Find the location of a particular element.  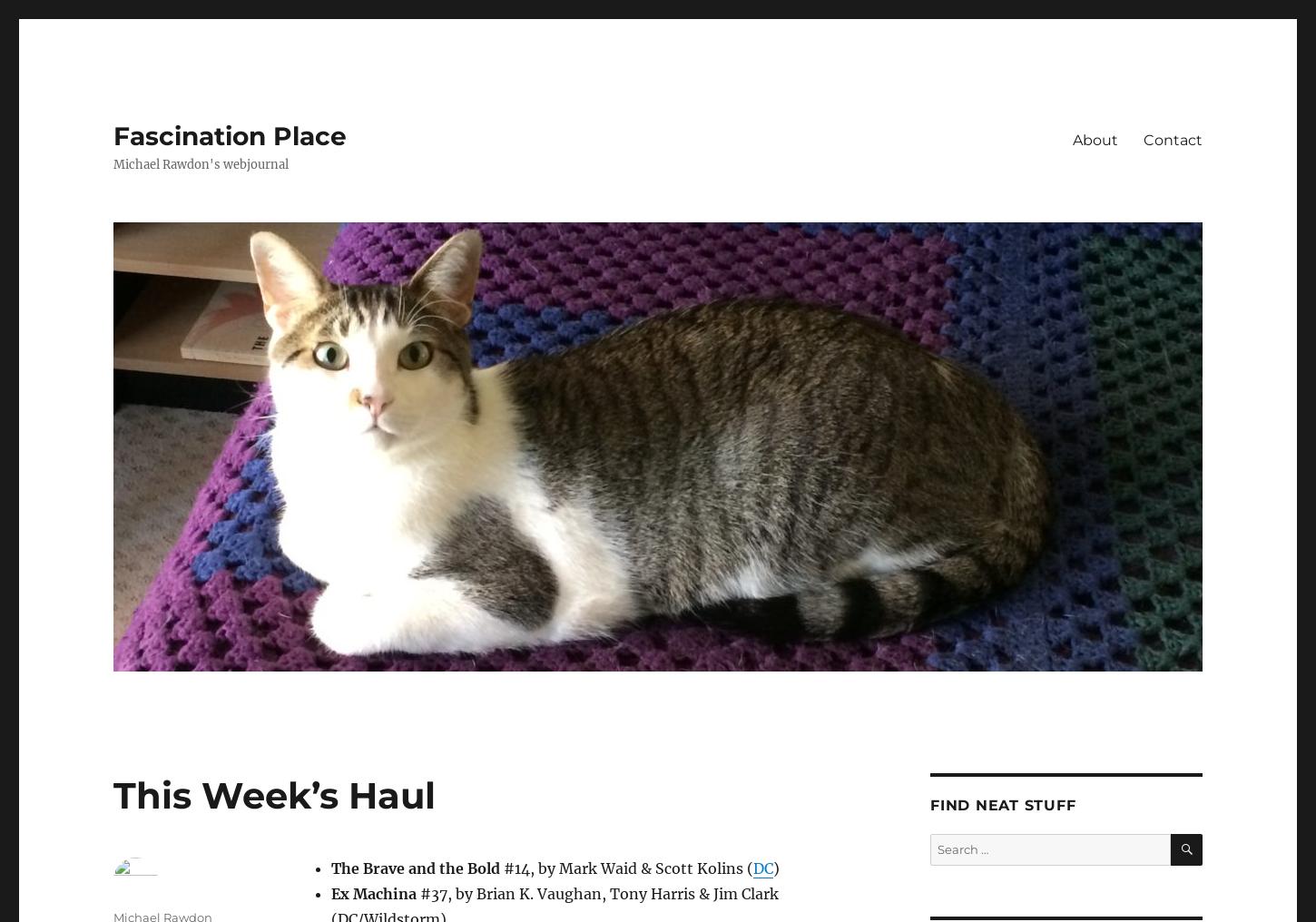

'This Week’s Haul' is located at coordinates (274, 795).